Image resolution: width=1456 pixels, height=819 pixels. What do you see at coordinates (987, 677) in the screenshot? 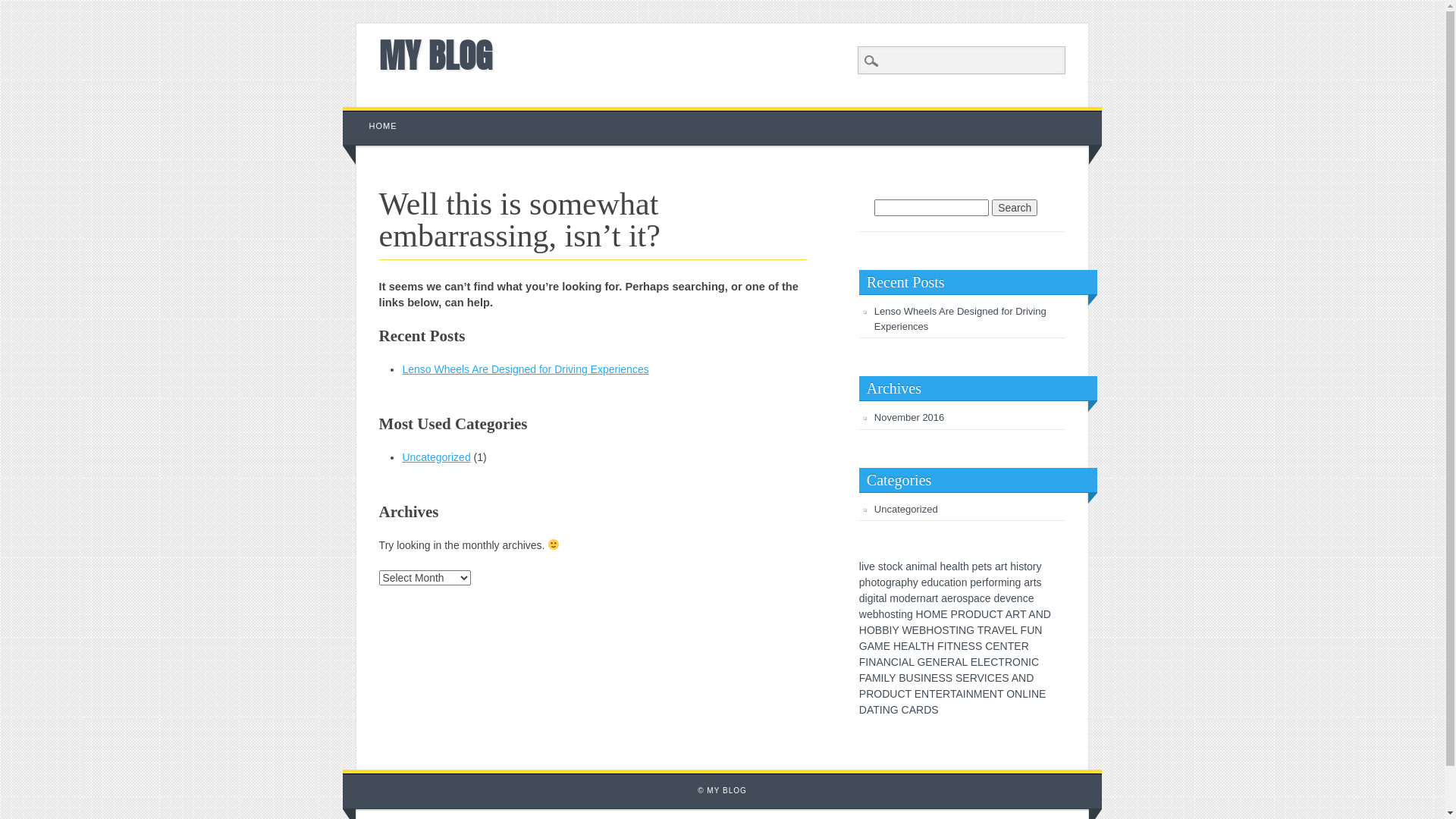
I see `'C'` at bounding box center [987, 677].